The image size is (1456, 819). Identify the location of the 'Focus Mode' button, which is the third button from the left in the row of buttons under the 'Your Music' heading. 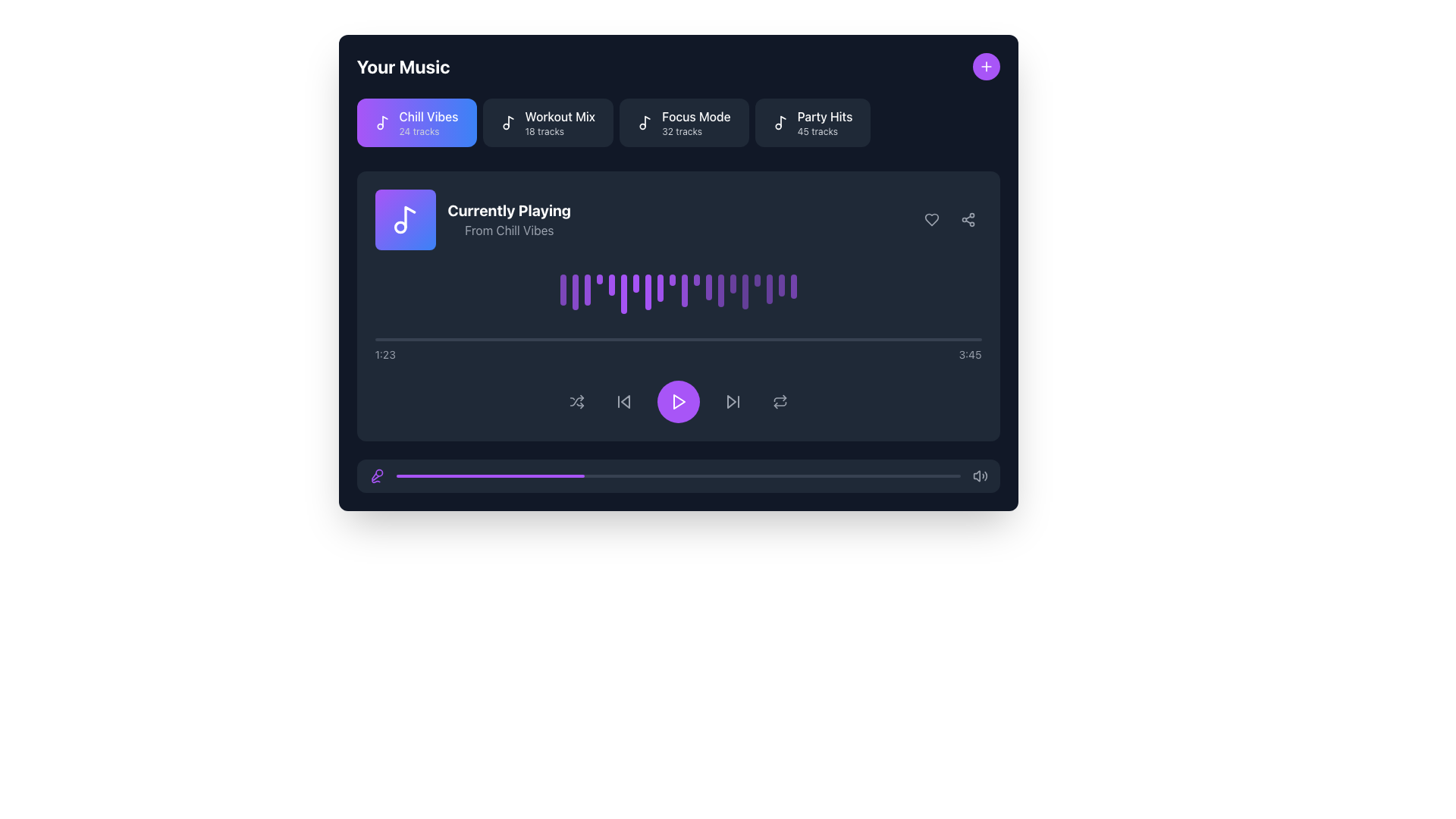
(683, 122).